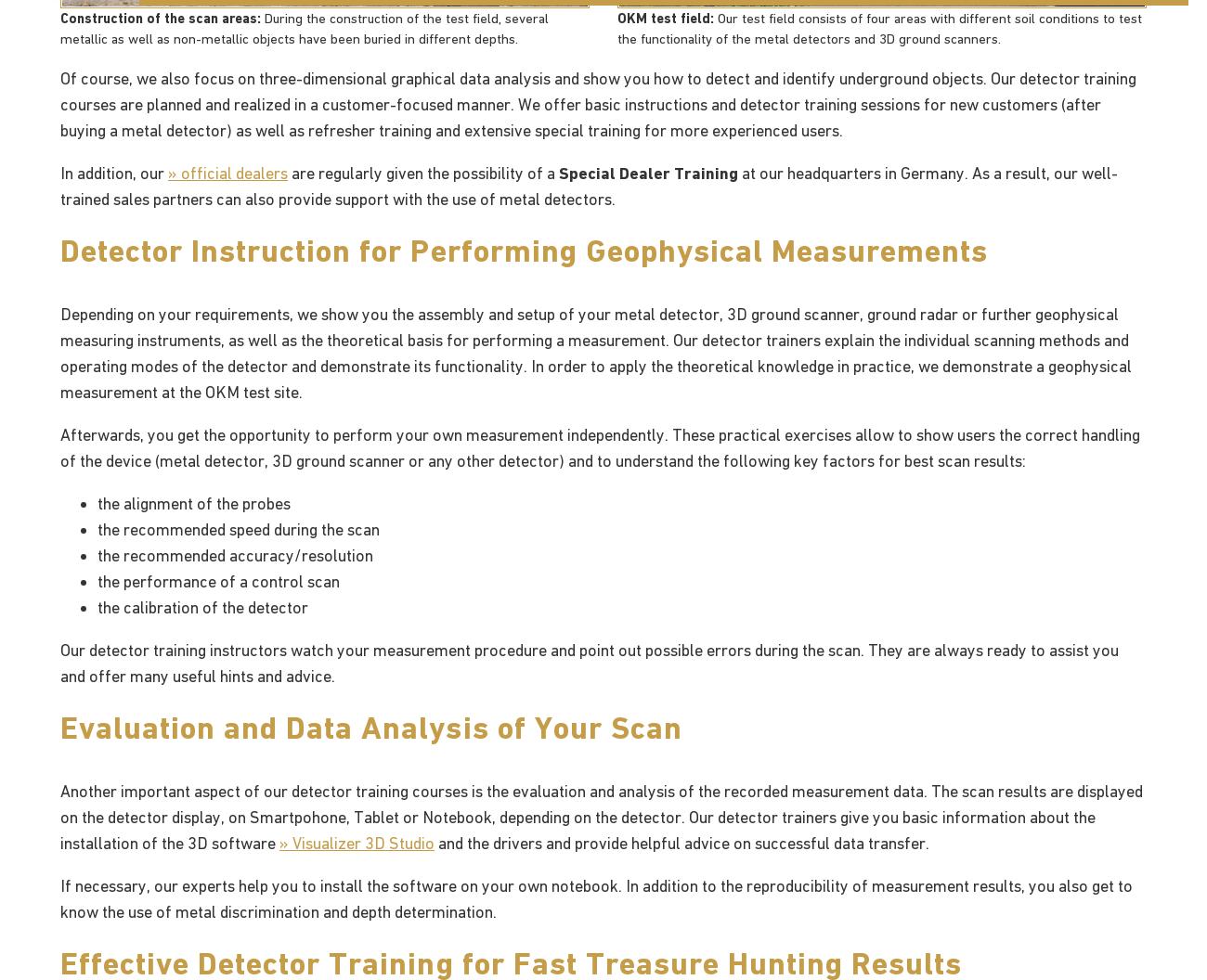 This screenshot has height=980, width=1207. What do you see at coordinates (233, 172) in the screenshot?
I see `'official dealers'` at bounding box center [233, 172].